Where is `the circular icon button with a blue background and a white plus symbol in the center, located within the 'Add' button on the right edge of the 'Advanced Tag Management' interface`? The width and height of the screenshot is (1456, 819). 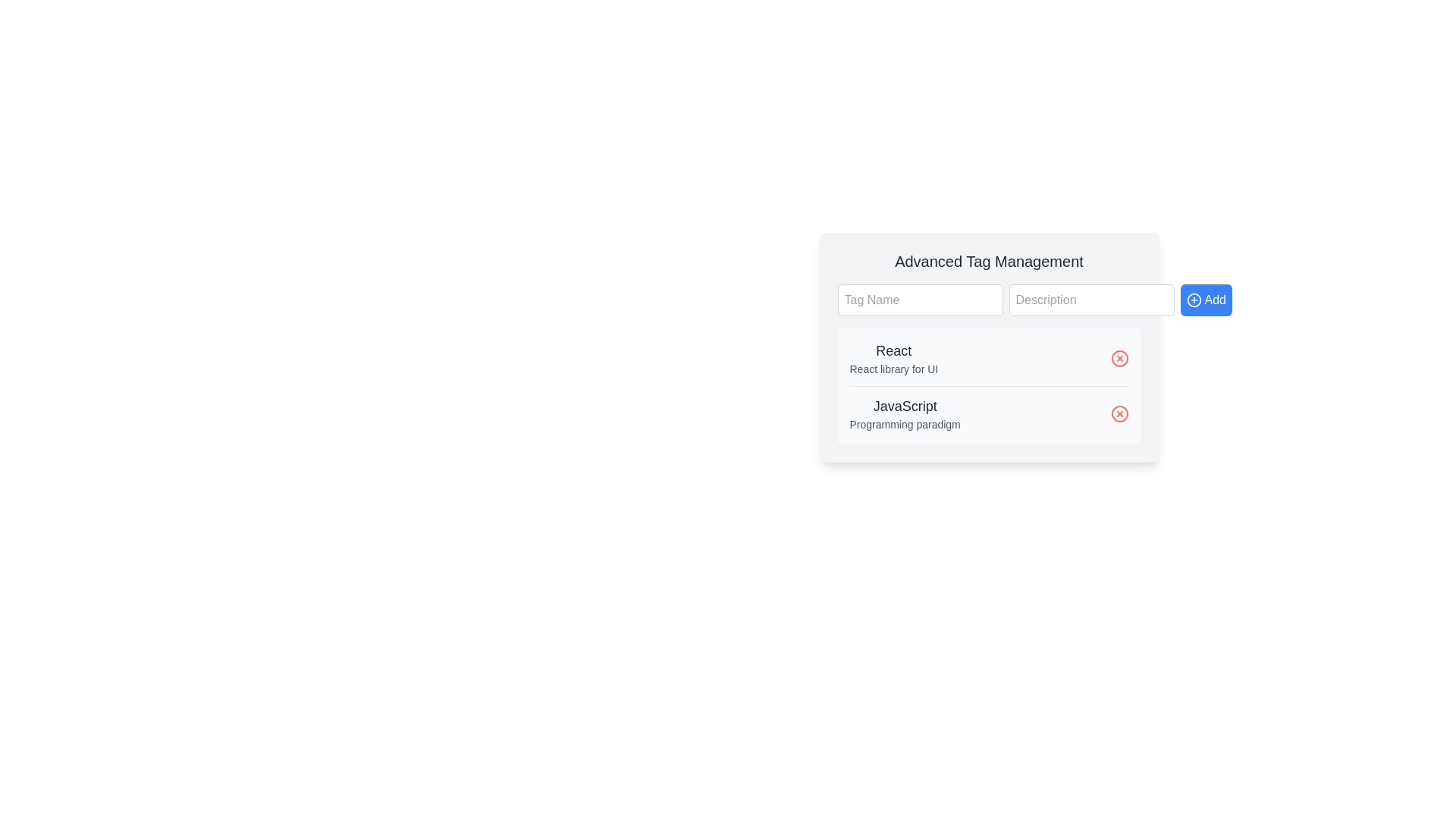
the circular icon button with a blue background and a white plus symbol in the center, located within the 'Add' button on the right edge of the 'Advanced Tag Management' interface is located at coordinates (1193, 300).